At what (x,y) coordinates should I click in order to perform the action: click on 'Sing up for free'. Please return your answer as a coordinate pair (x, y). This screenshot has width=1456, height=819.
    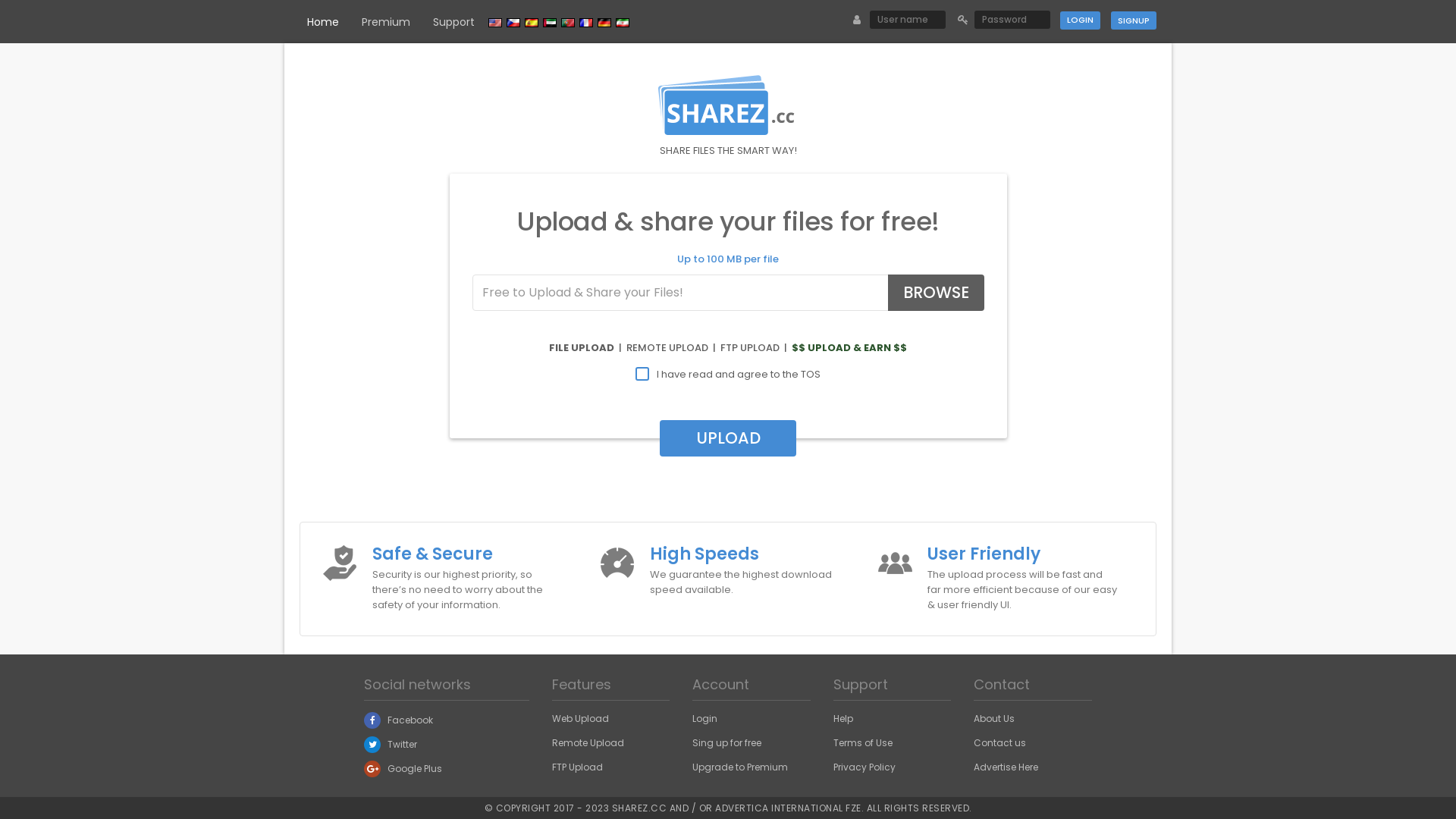
    Looking at the image, I should click on (691, 742).